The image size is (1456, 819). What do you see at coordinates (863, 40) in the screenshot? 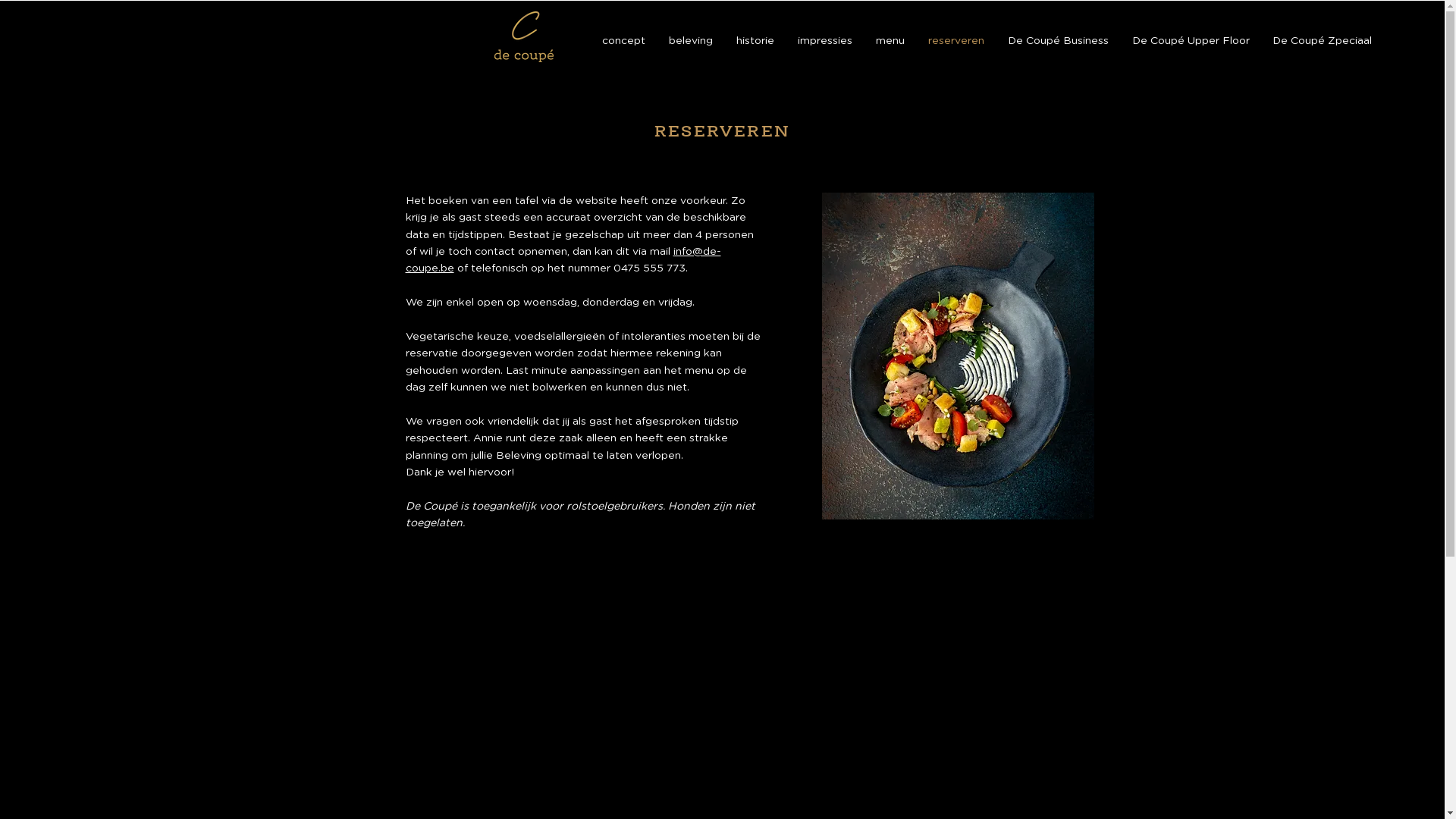
I see `'menu'` at bounding box center [863, 40].